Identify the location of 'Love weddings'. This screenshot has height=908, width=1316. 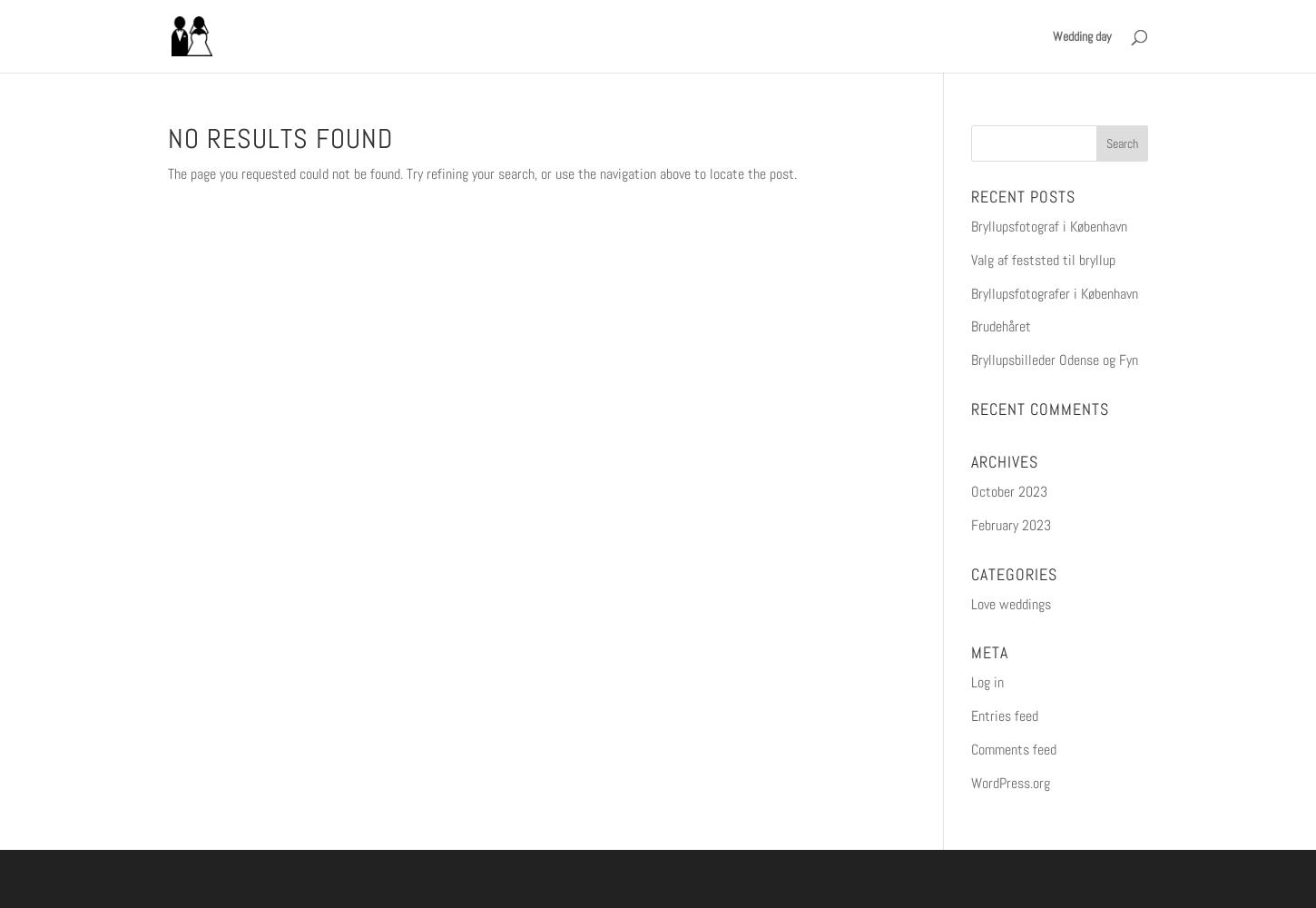
(1009, 603).